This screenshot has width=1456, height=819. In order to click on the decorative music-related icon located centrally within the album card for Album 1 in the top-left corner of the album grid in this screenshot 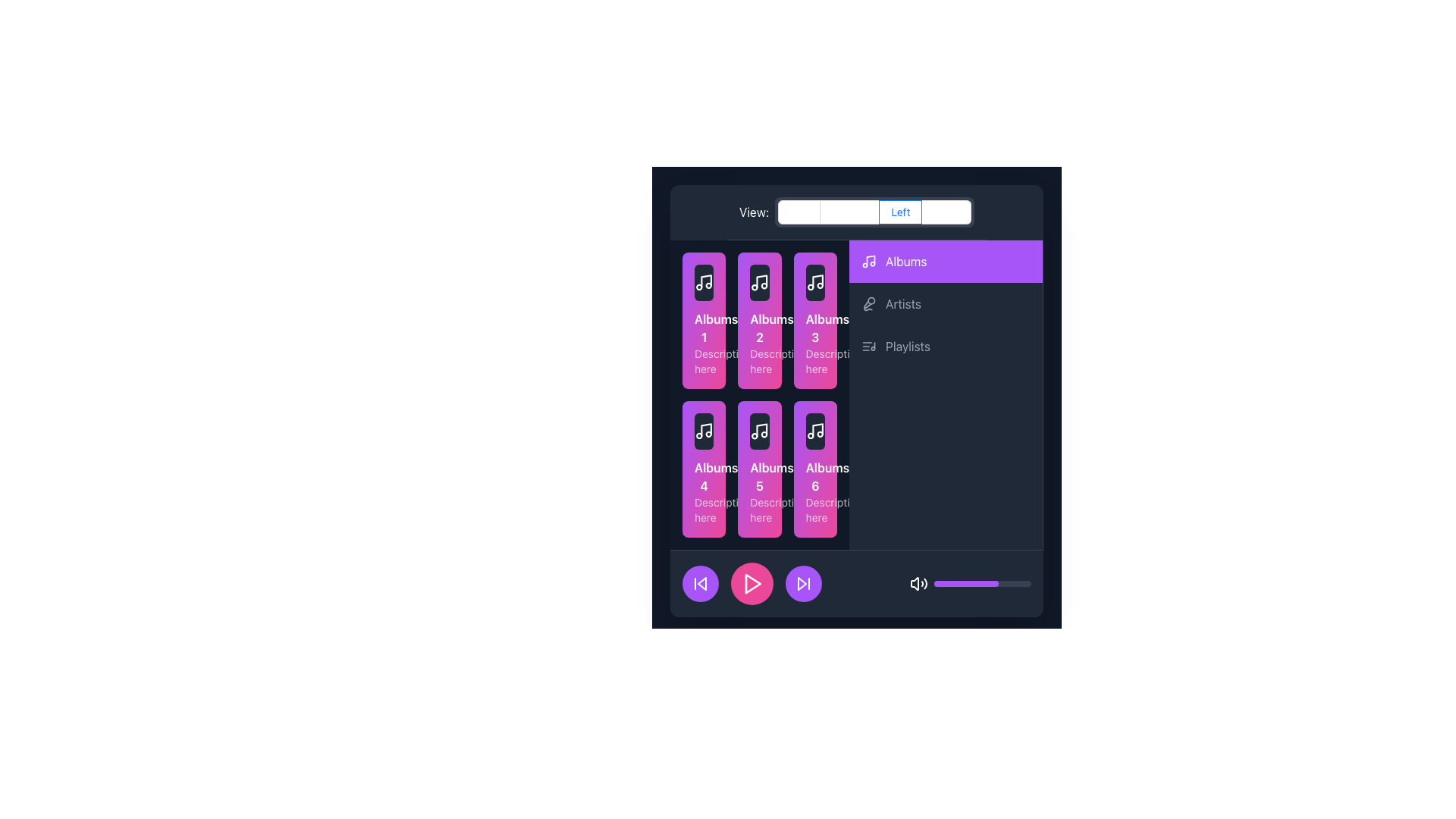, I will do `click(705, 281)`.